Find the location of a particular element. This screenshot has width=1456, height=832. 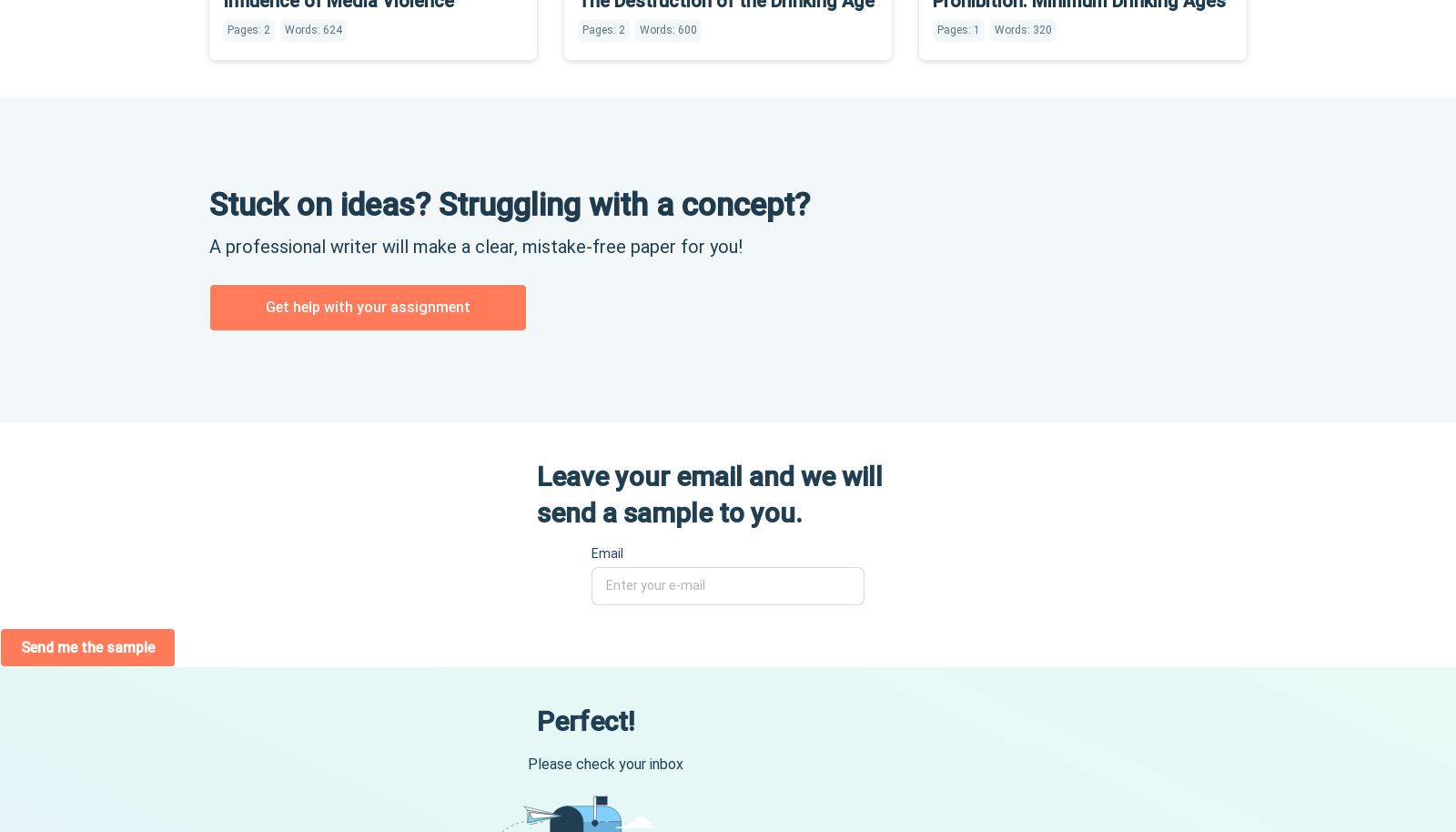

'Pages: 1' is located at coordinates (958, 28).